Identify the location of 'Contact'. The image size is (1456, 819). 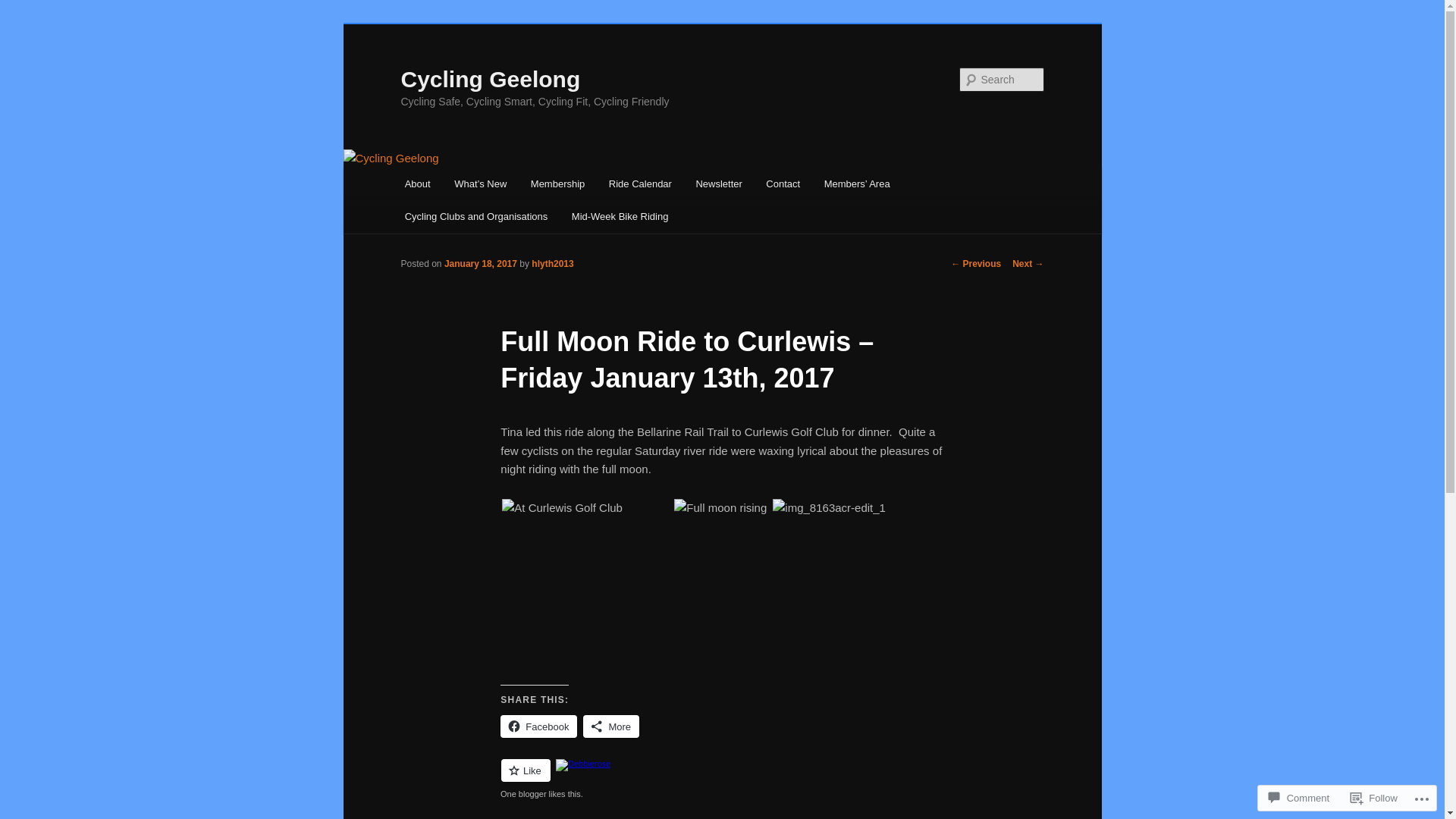
(783, 183).